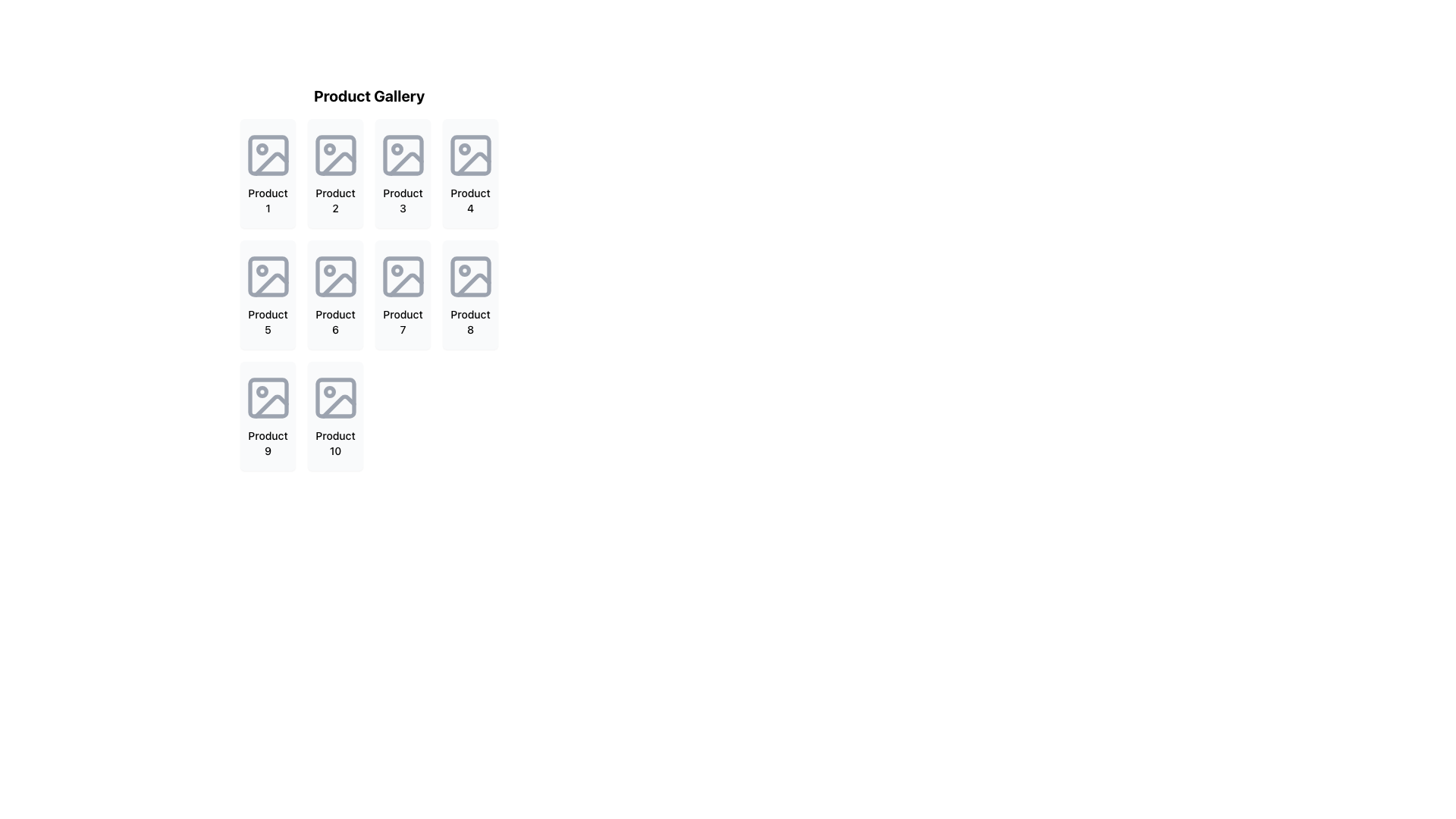  Describe the element at coordinates (268, 172) in the screenshot. I see `the first product card in the product gallery, which displays details for 'Product 1'` at that location.